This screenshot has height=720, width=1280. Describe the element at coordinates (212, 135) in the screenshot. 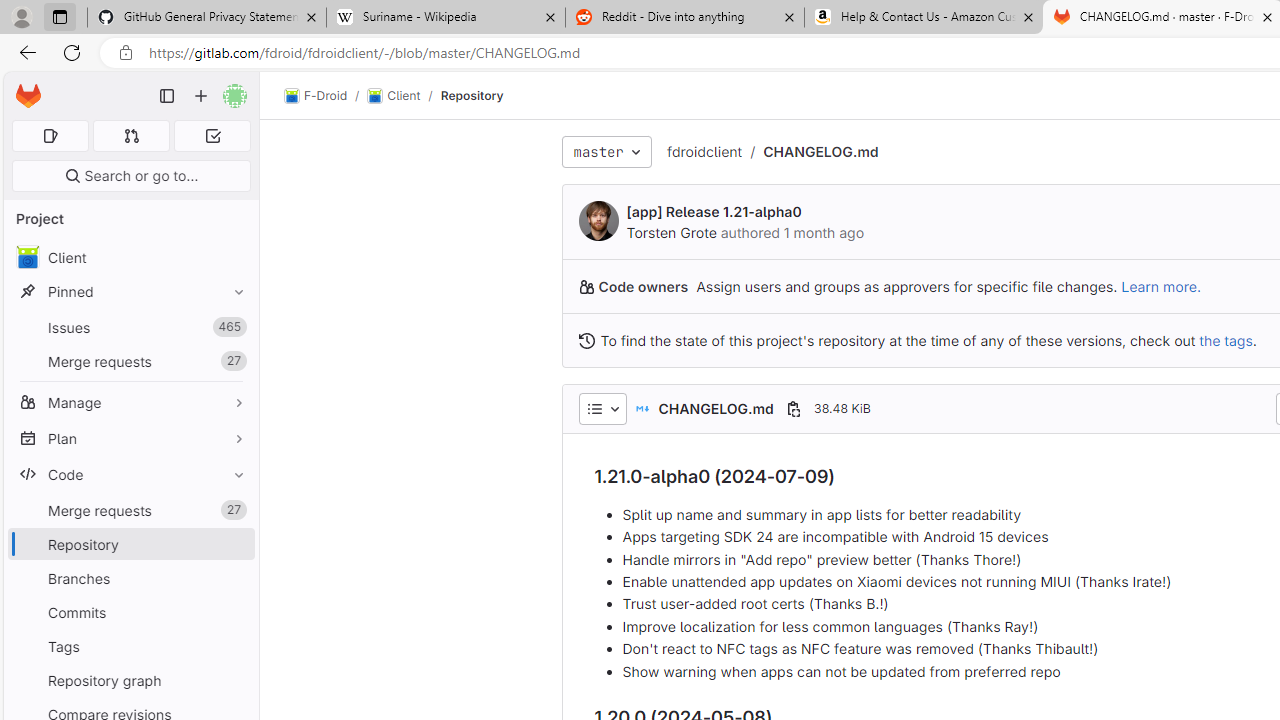

I see `'To-Do list 0'` at that location.